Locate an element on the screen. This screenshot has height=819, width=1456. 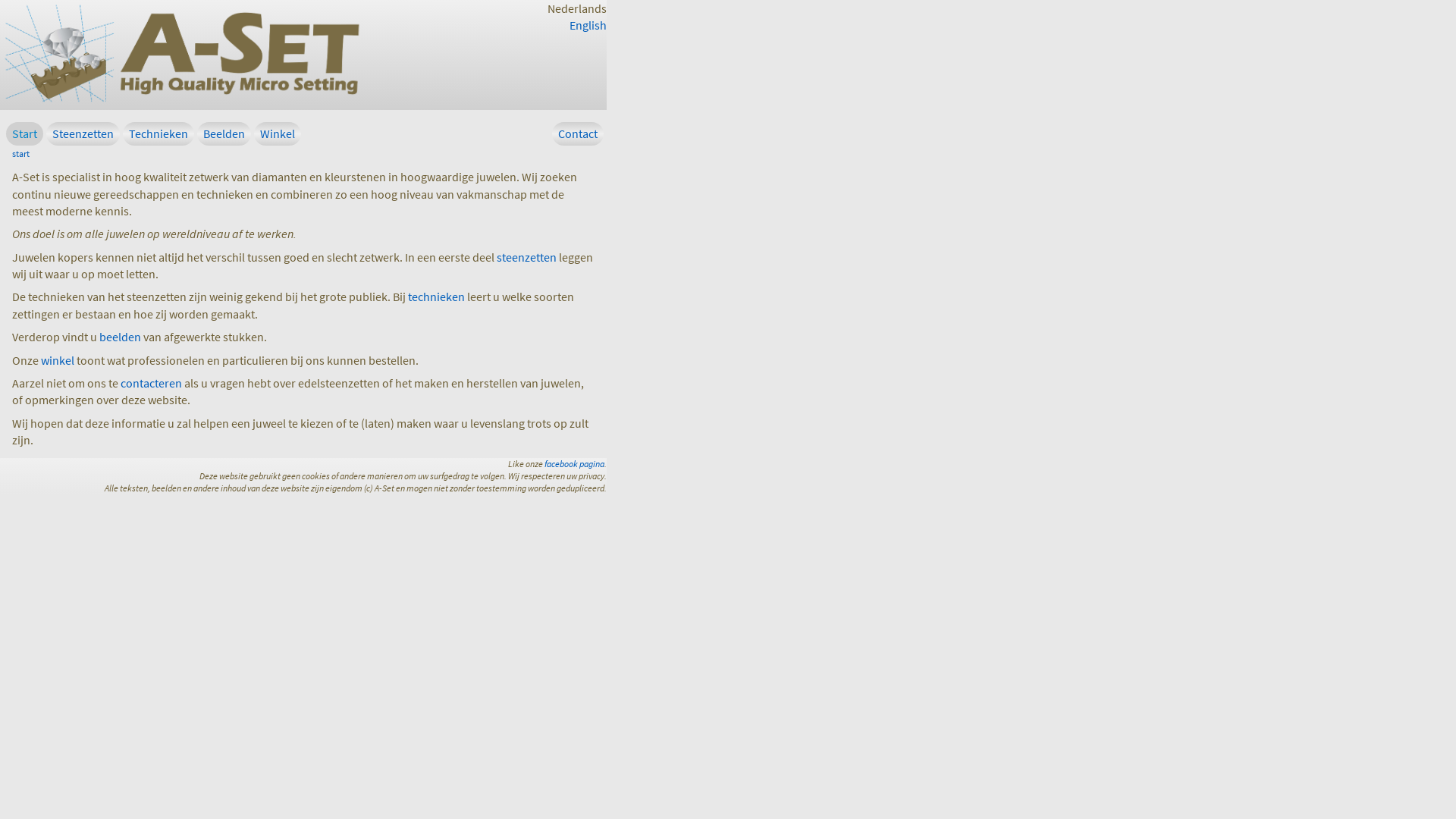
'Contact' is located at coordinates (551, 133).